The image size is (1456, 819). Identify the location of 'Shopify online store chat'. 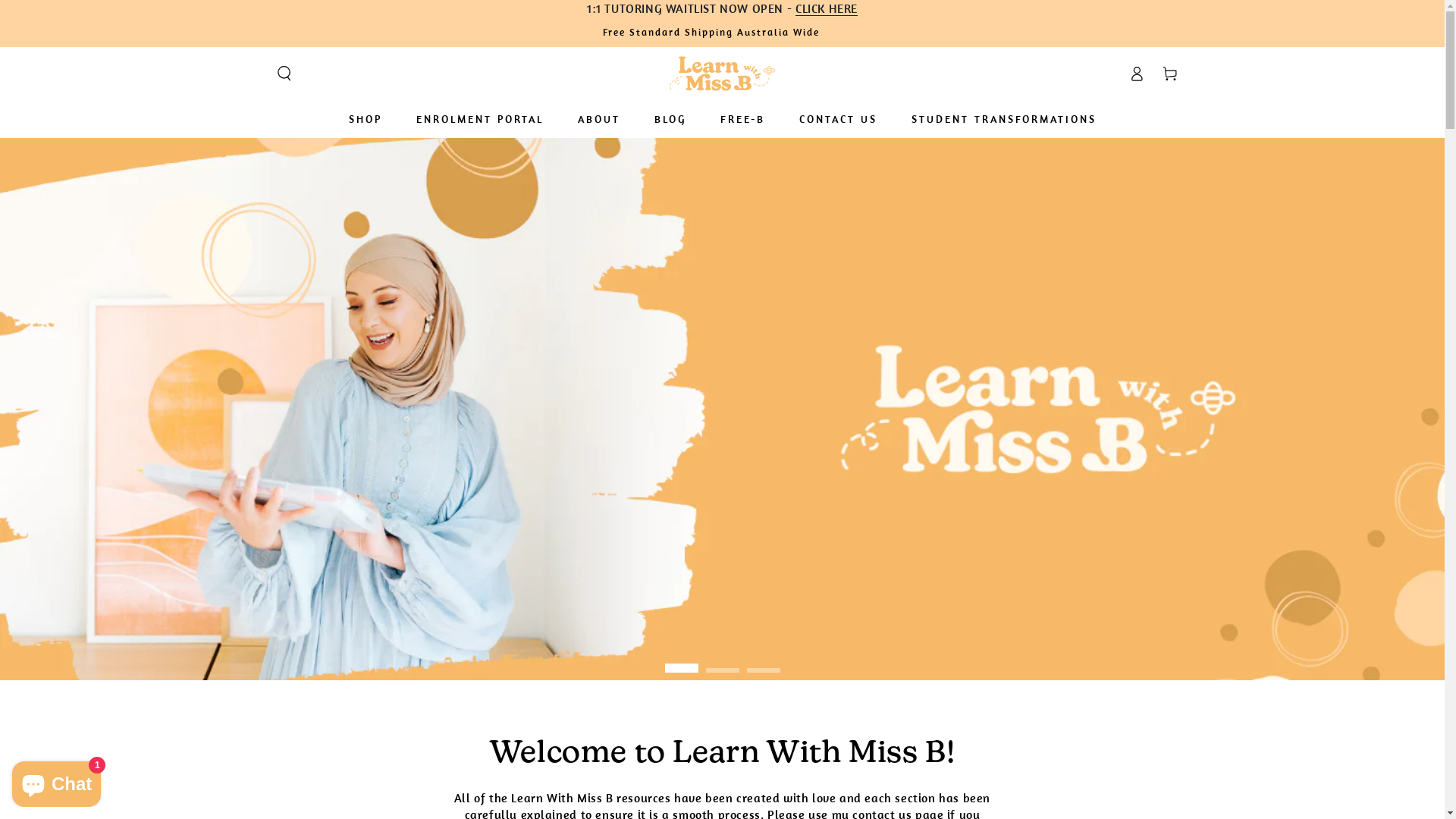
(56, 780).